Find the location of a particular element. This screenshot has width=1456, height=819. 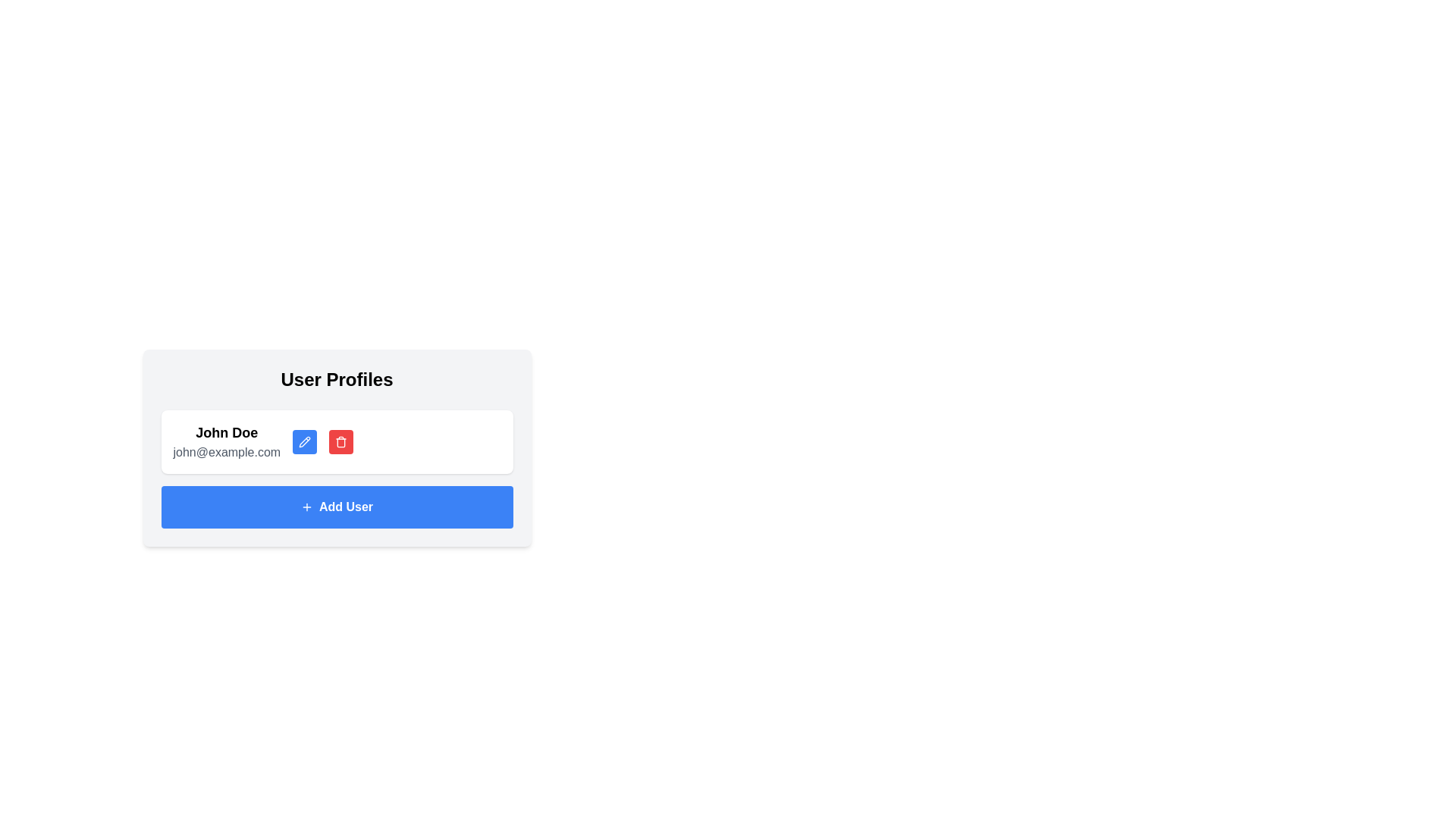

the 'Add User' button is located at coordinates (336, 507).